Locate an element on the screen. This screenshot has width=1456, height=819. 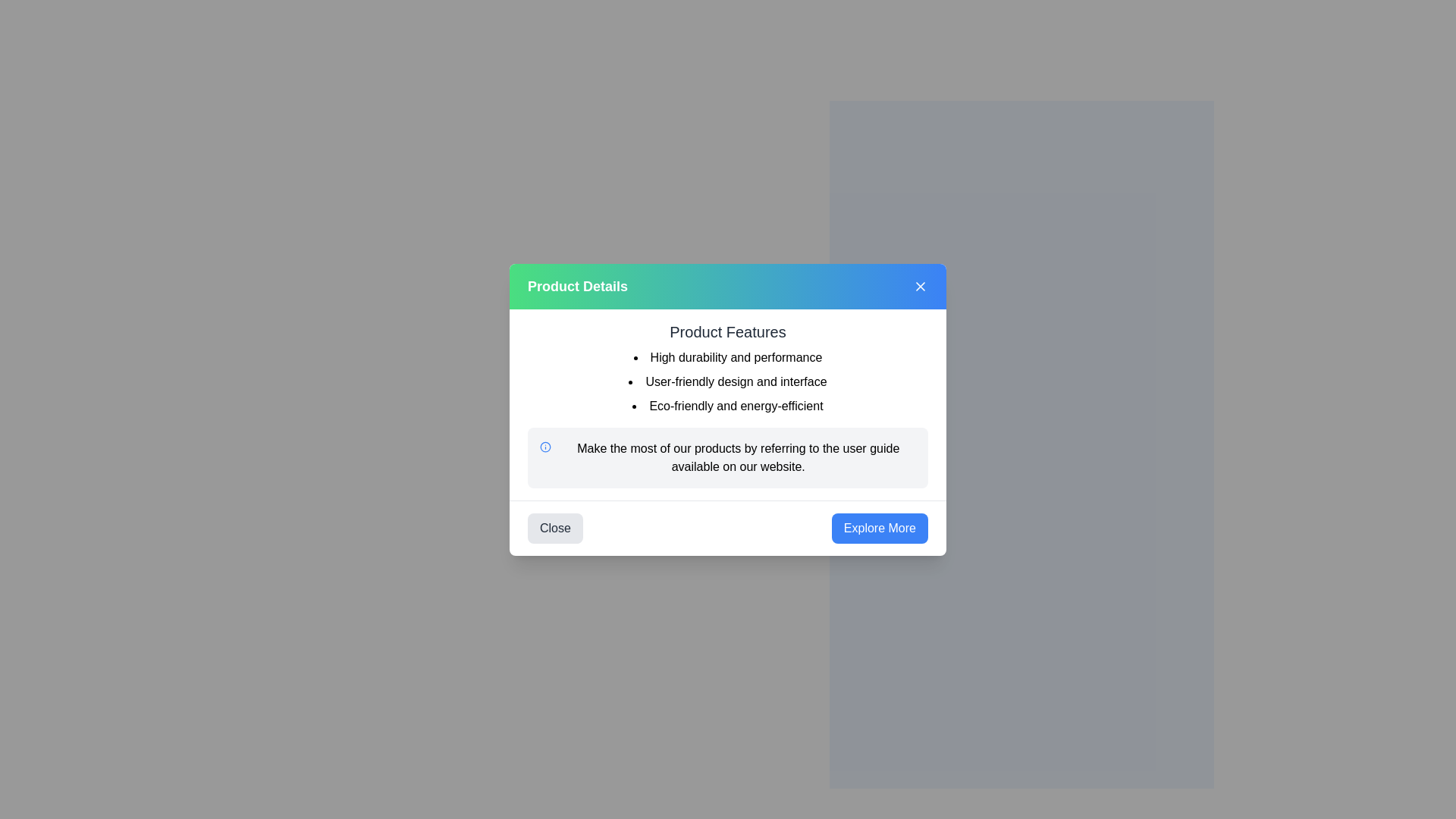
the informational banner with a light gray background and a blue 'i' icon, which contains the message about referring to the user guide on the website, located centrally beneath the 'Product Features' section is located at coordinates (728, 457).